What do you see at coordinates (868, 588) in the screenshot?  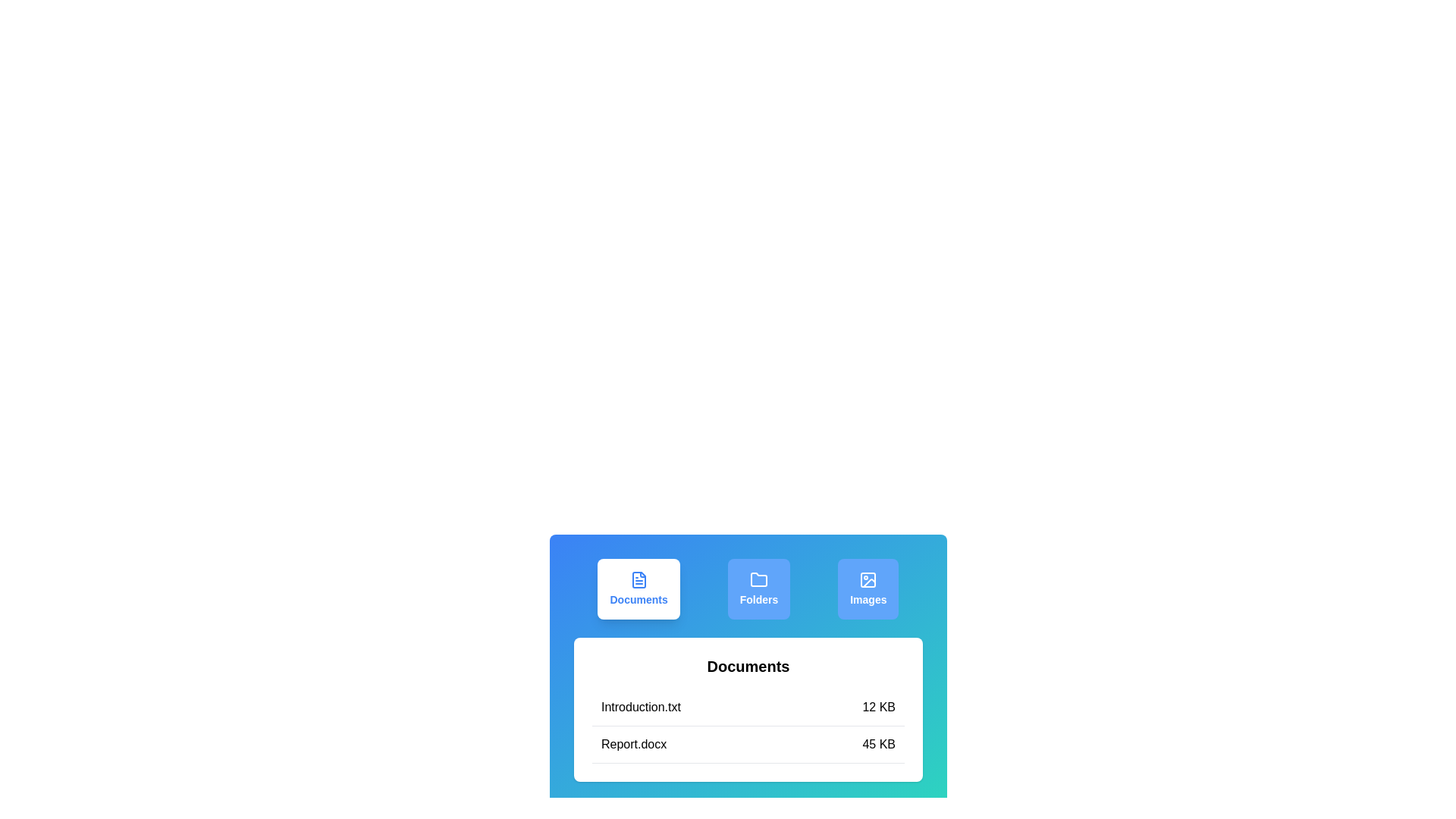 I see `the 'Images' button` at bounding box center [868, 588].